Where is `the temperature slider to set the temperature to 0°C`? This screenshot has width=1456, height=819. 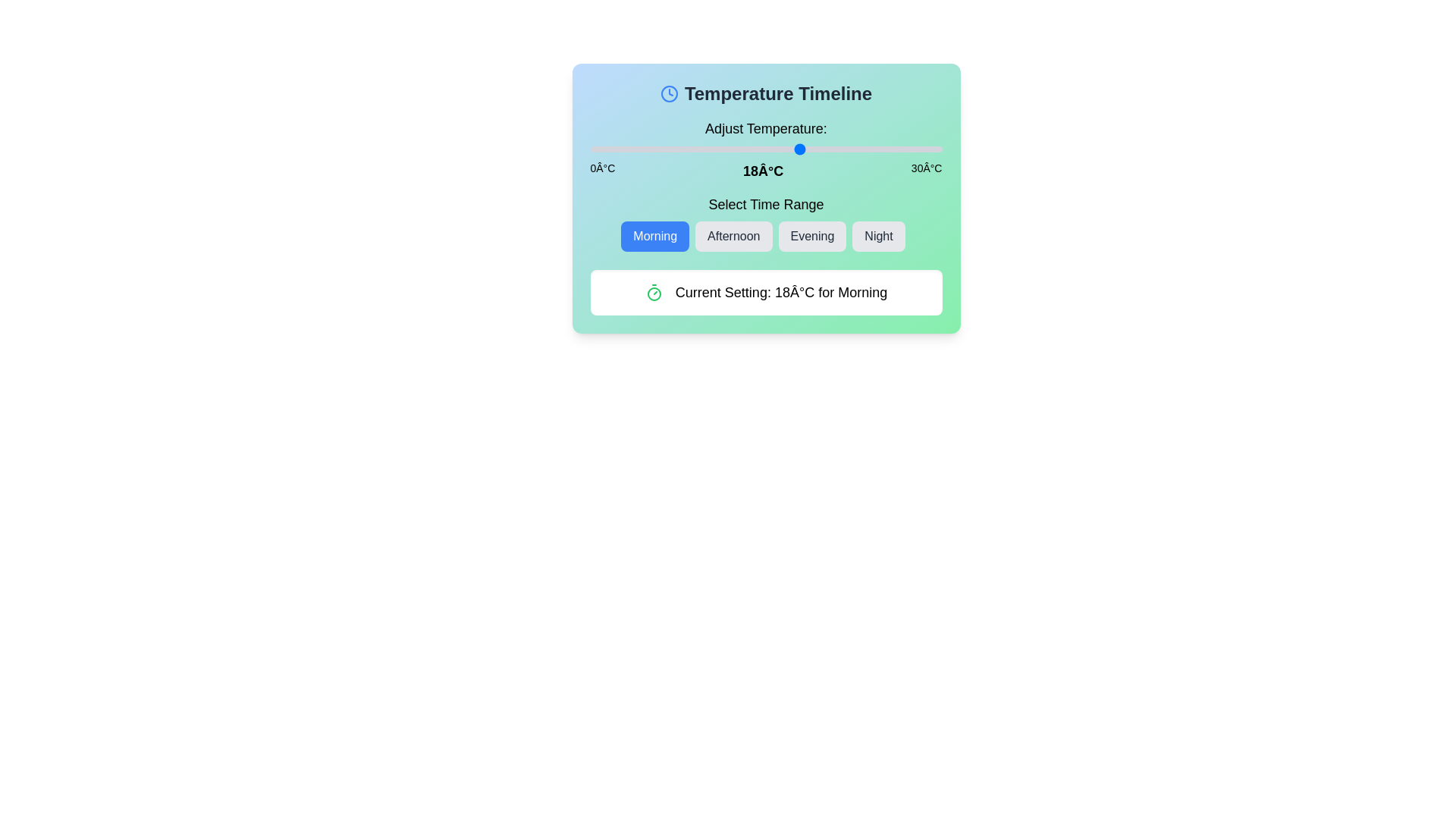
the temperature slider to set the temperature to 0°C is located at coordinates (589, 149).